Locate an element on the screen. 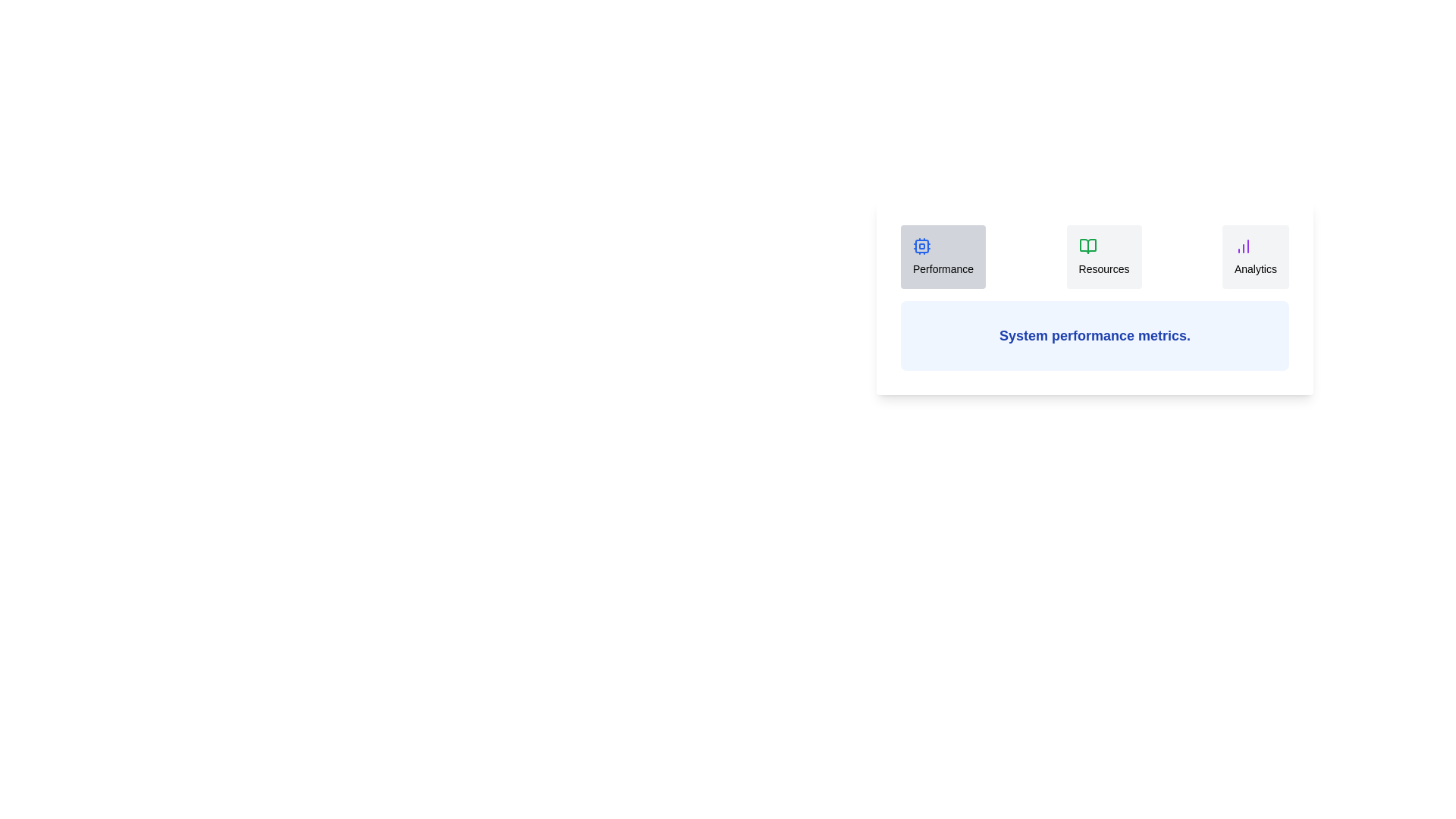 Image resolution: width=1456 pixels, height=819 pixels. the Performance tab to view its content is located at coordinates (943, 256).